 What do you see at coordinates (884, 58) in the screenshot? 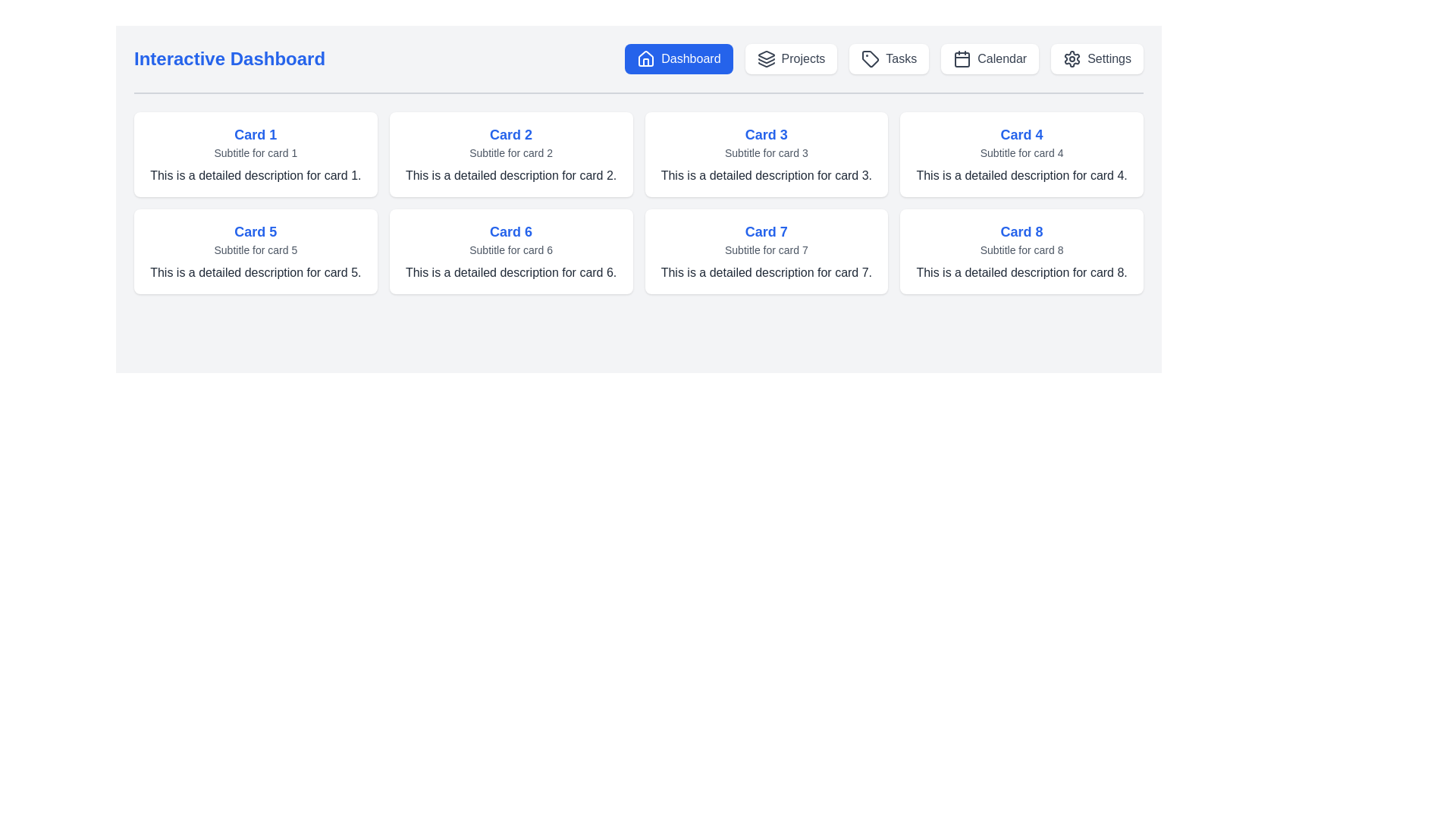
I see `the 'Tasks' navigation button, which is the third item in the horizontal navigation bar` at bounding box center [884, 58].